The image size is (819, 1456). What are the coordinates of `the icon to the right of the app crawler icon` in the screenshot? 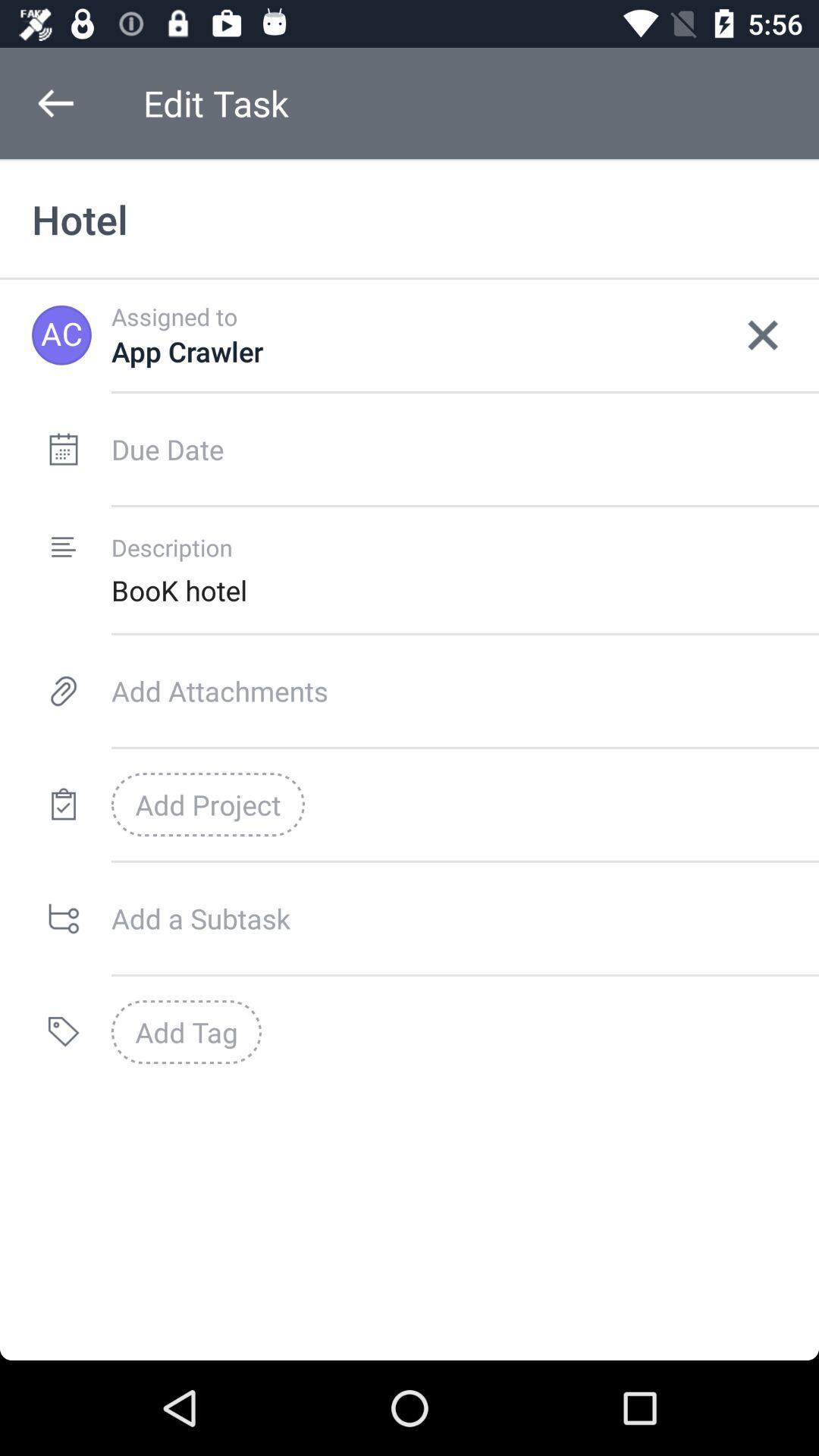 It's located at (763, 334).